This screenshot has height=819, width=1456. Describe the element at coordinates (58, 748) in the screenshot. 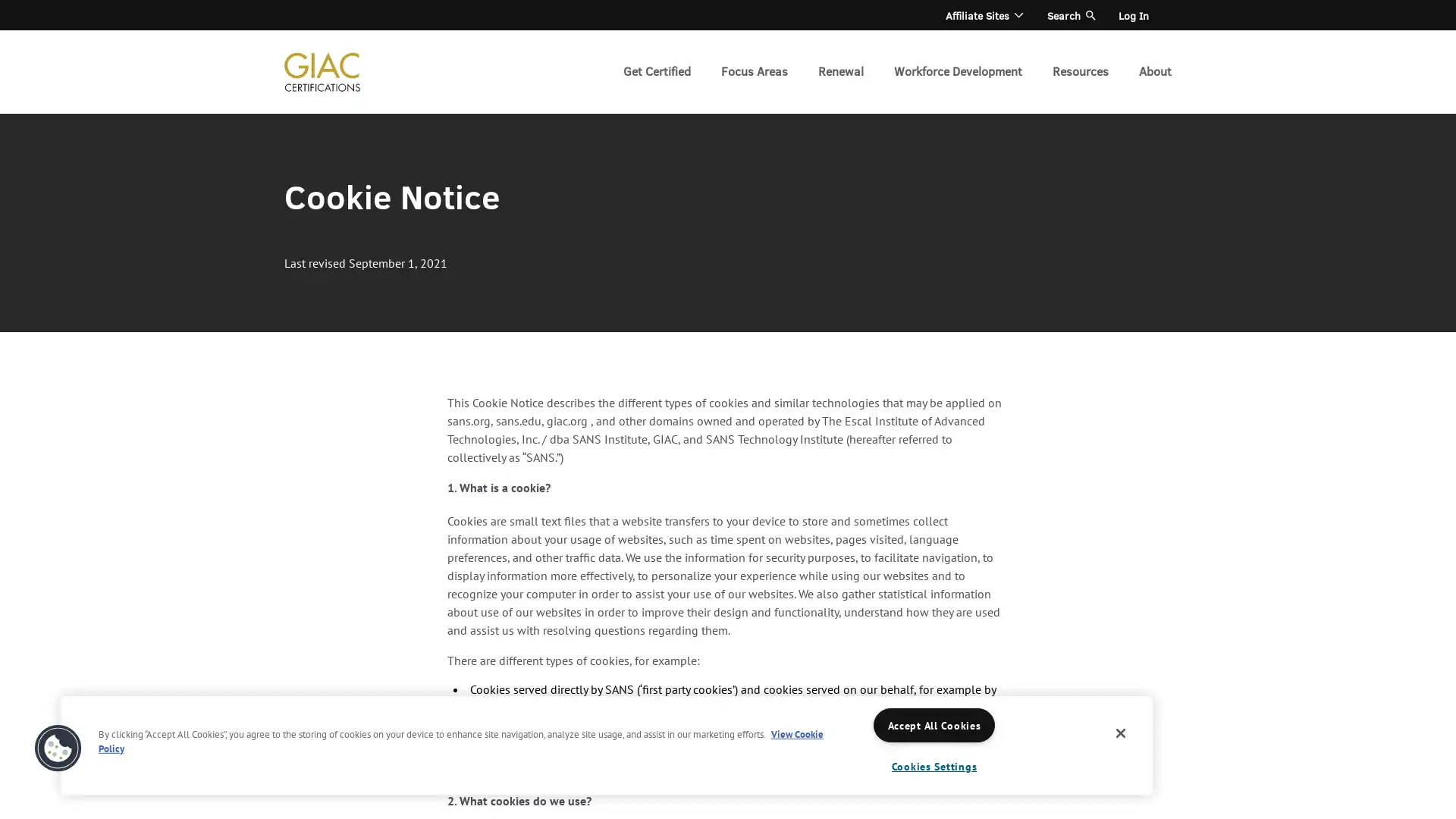

I see `Cookies` at that location.